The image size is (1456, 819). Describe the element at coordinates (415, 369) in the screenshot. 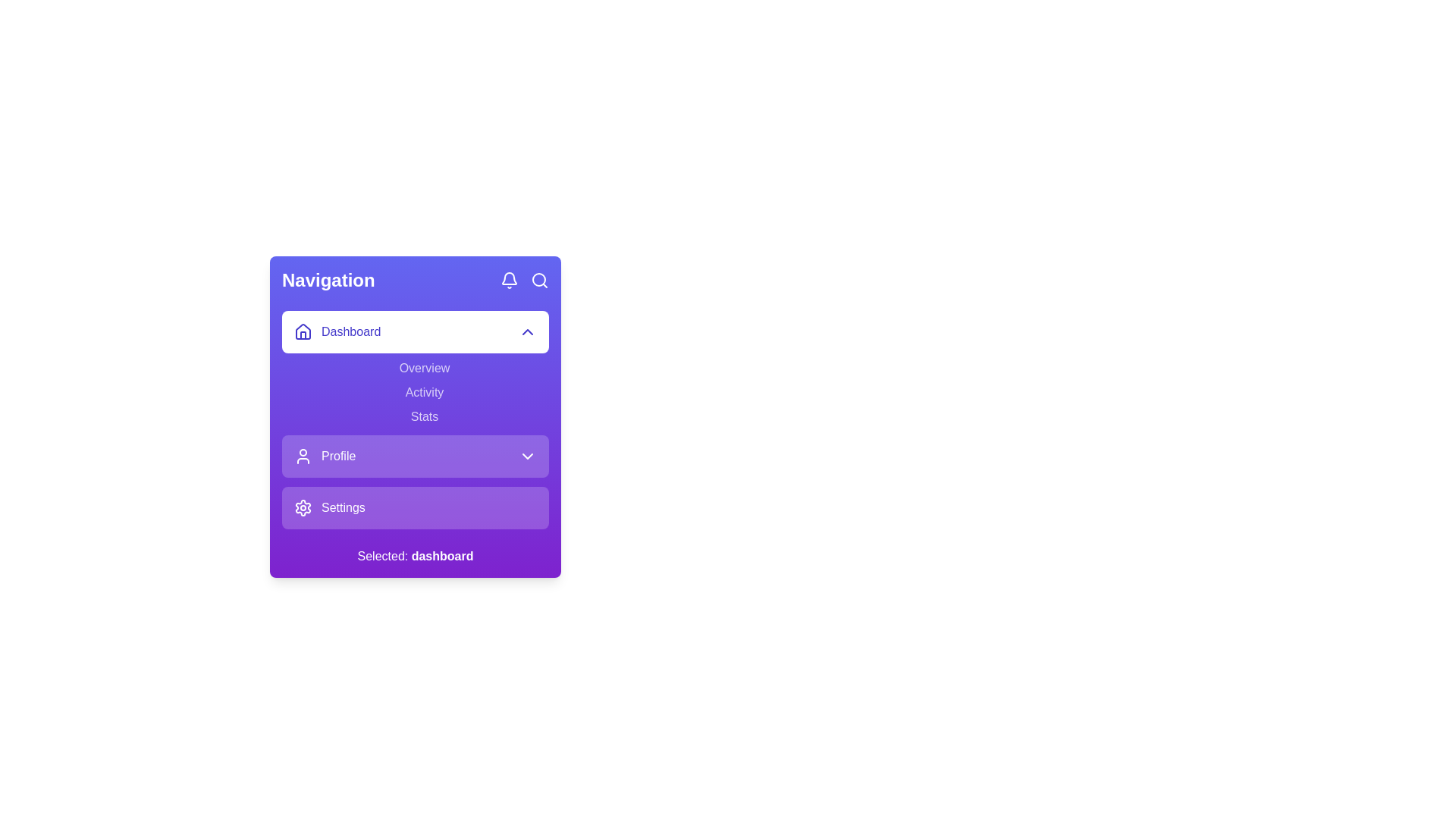

I see `the dropdown menu items in the navigation panel under the 'Dashboard' header` at that location.